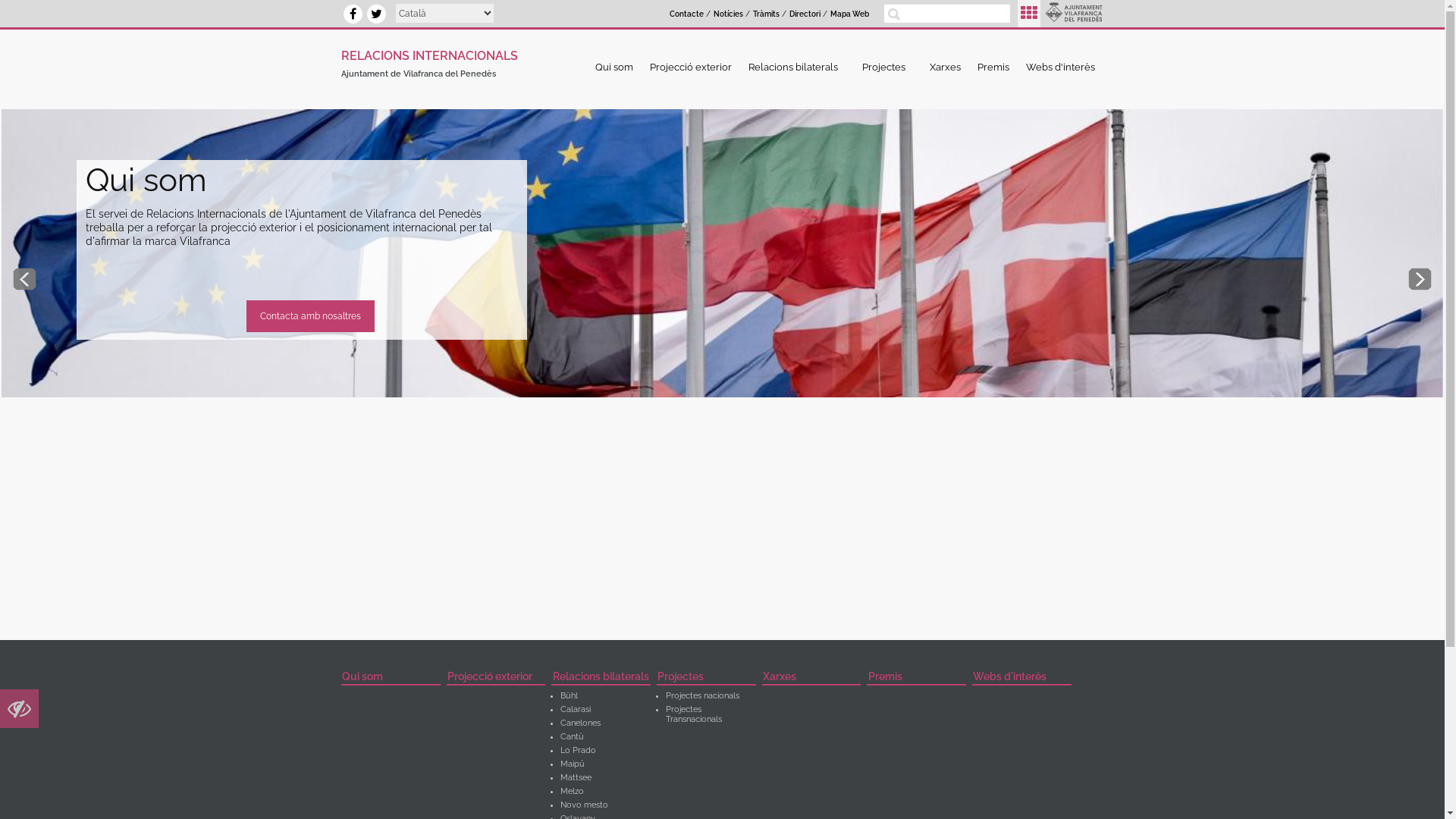  What do you see at coordinates (575, 777) in the screenshot?
I see `'Mattsee'` at bounding box center [575, 777].